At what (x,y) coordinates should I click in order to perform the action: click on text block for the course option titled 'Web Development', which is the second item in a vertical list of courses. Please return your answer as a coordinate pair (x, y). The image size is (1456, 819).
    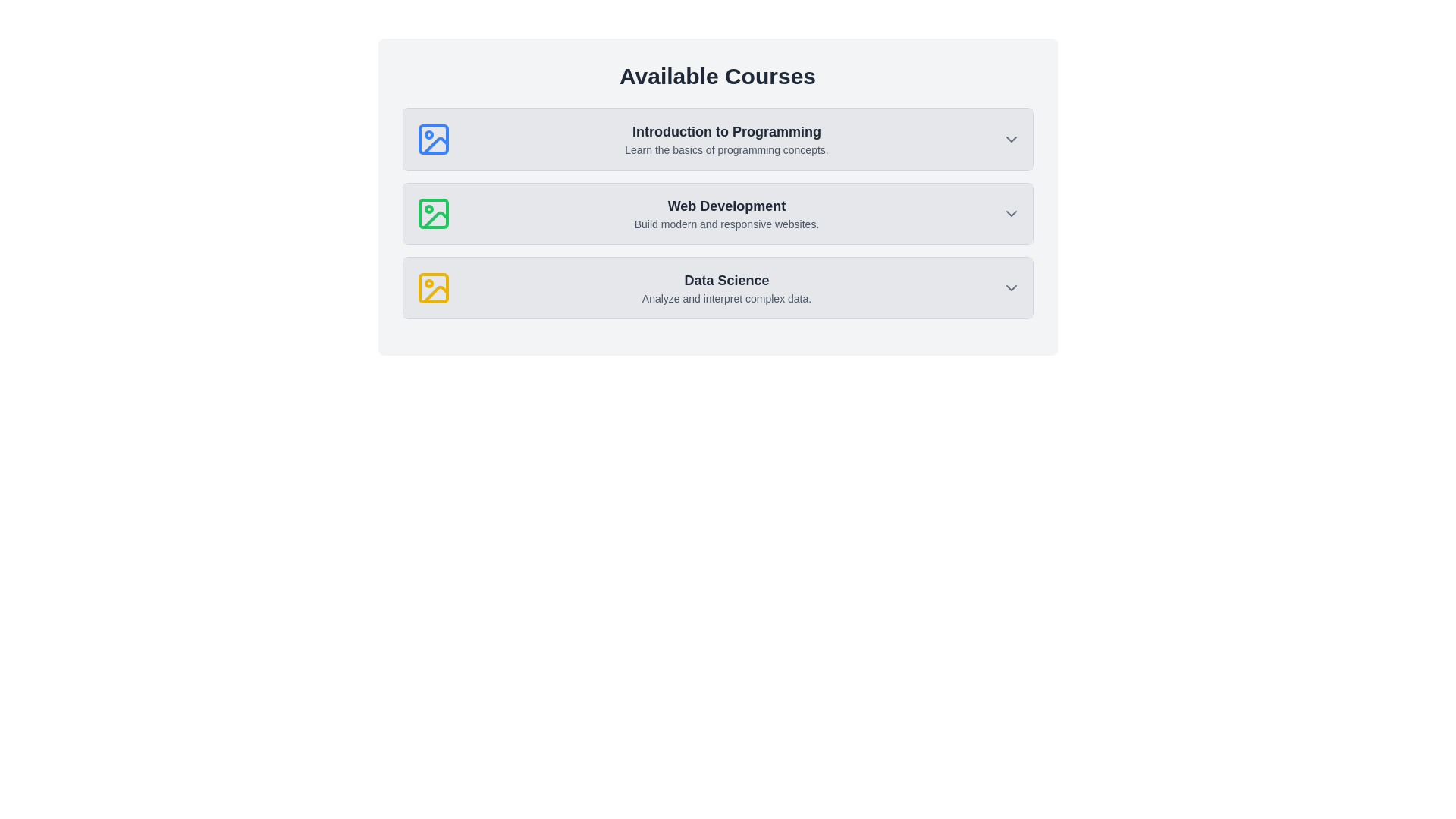
    Looking at the image, I should click on (726, 213).